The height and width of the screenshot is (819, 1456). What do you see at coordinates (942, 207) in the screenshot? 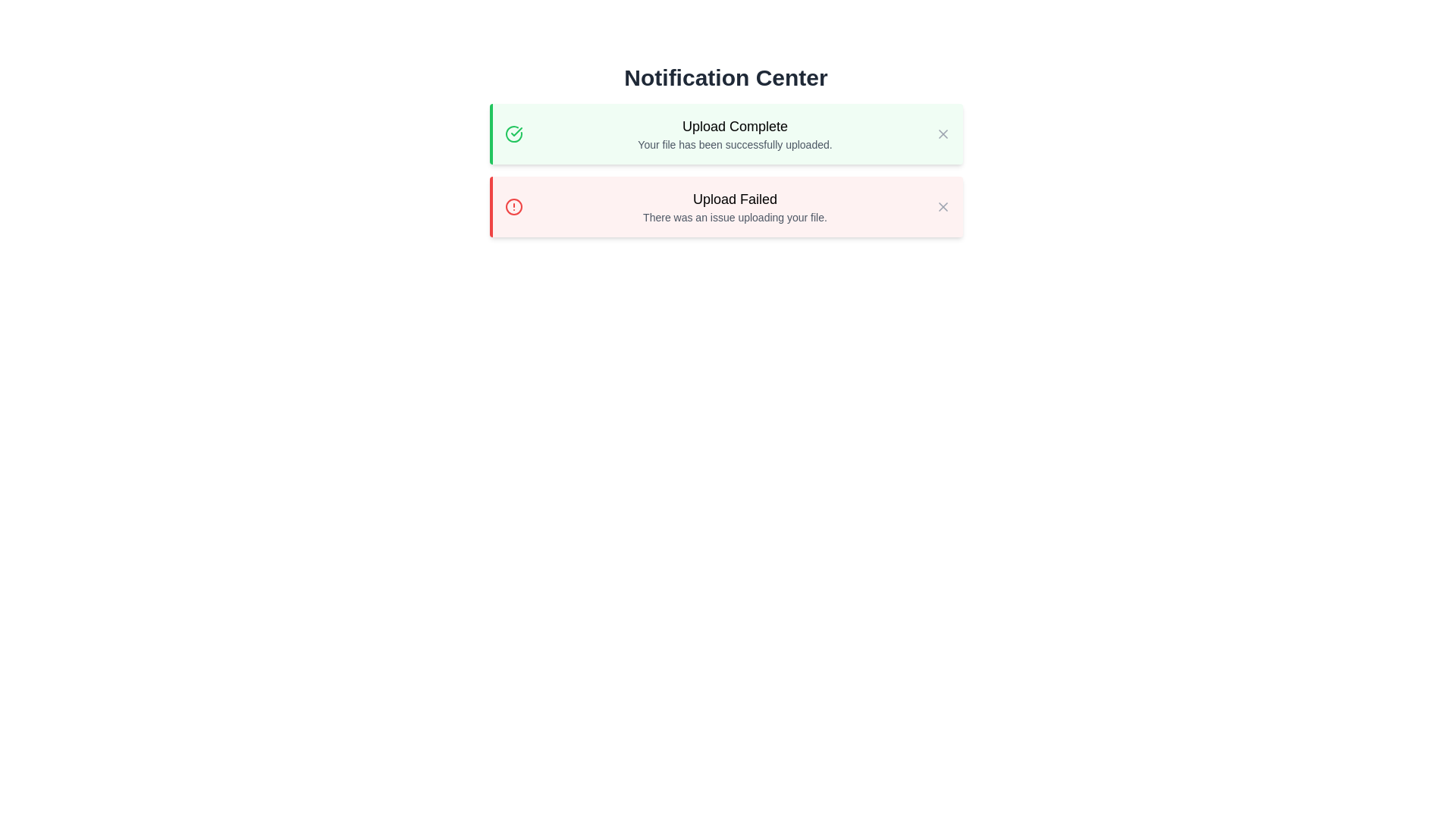
I see `the small 'X' close button in the top-right corner of the 'Upload Failed' notification box to change its color` at bounding box center [942, 207].